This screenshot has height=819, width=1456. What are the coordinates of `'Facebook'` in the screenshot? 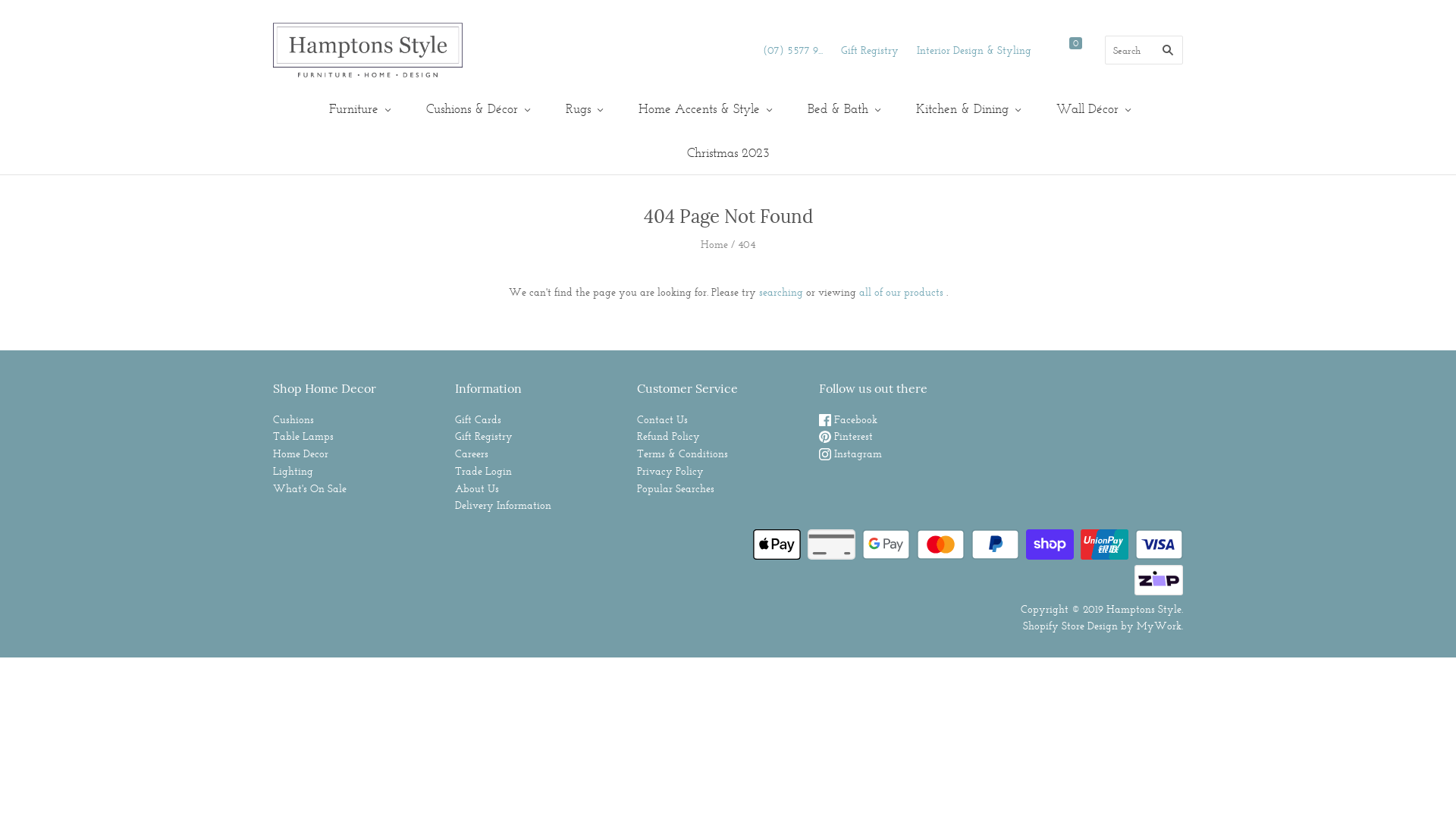 It's located at (847, 419).